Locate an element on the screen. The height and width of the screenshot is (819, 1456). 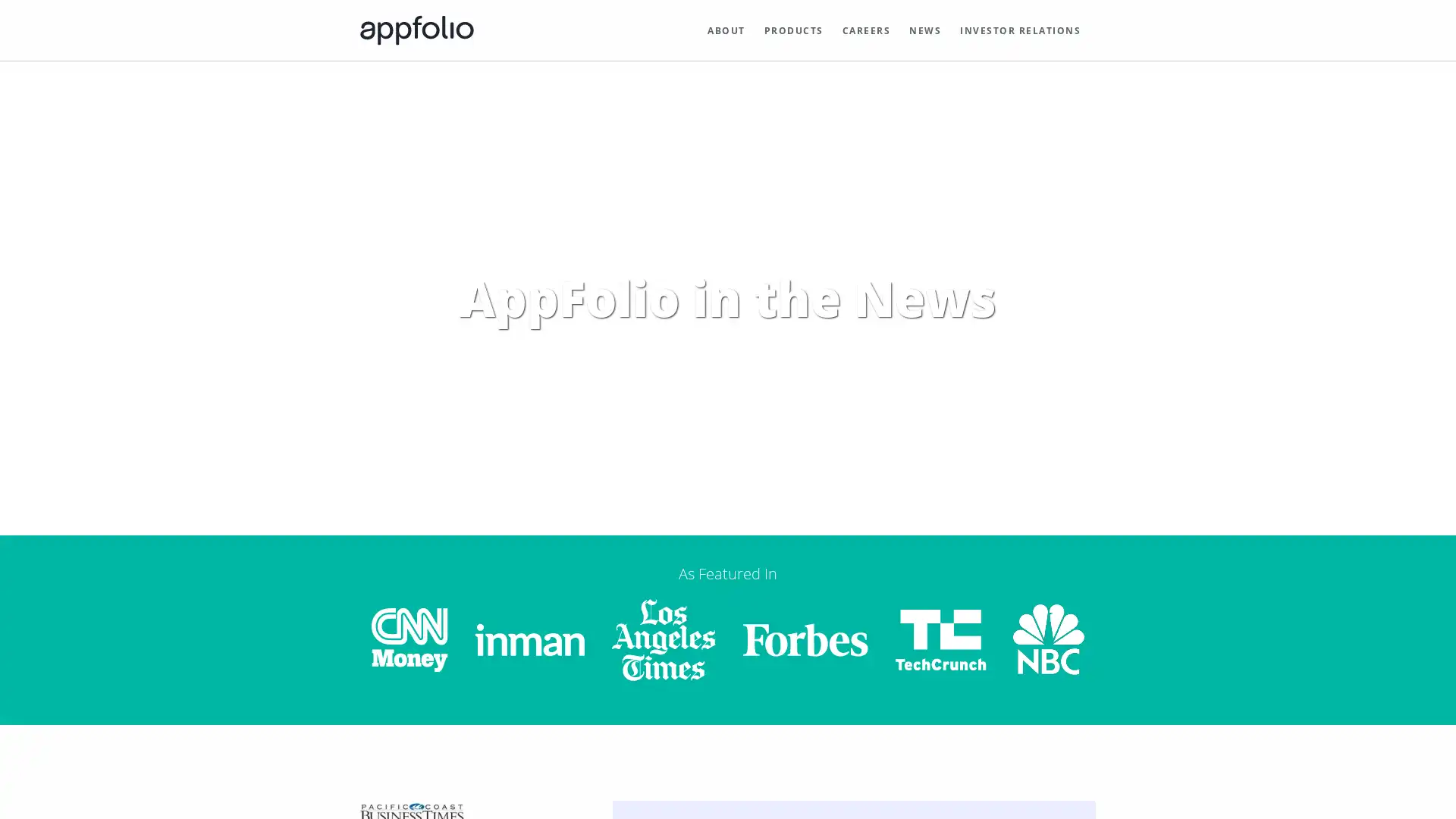
learn more about cookies is located at coordinates (472, 799).